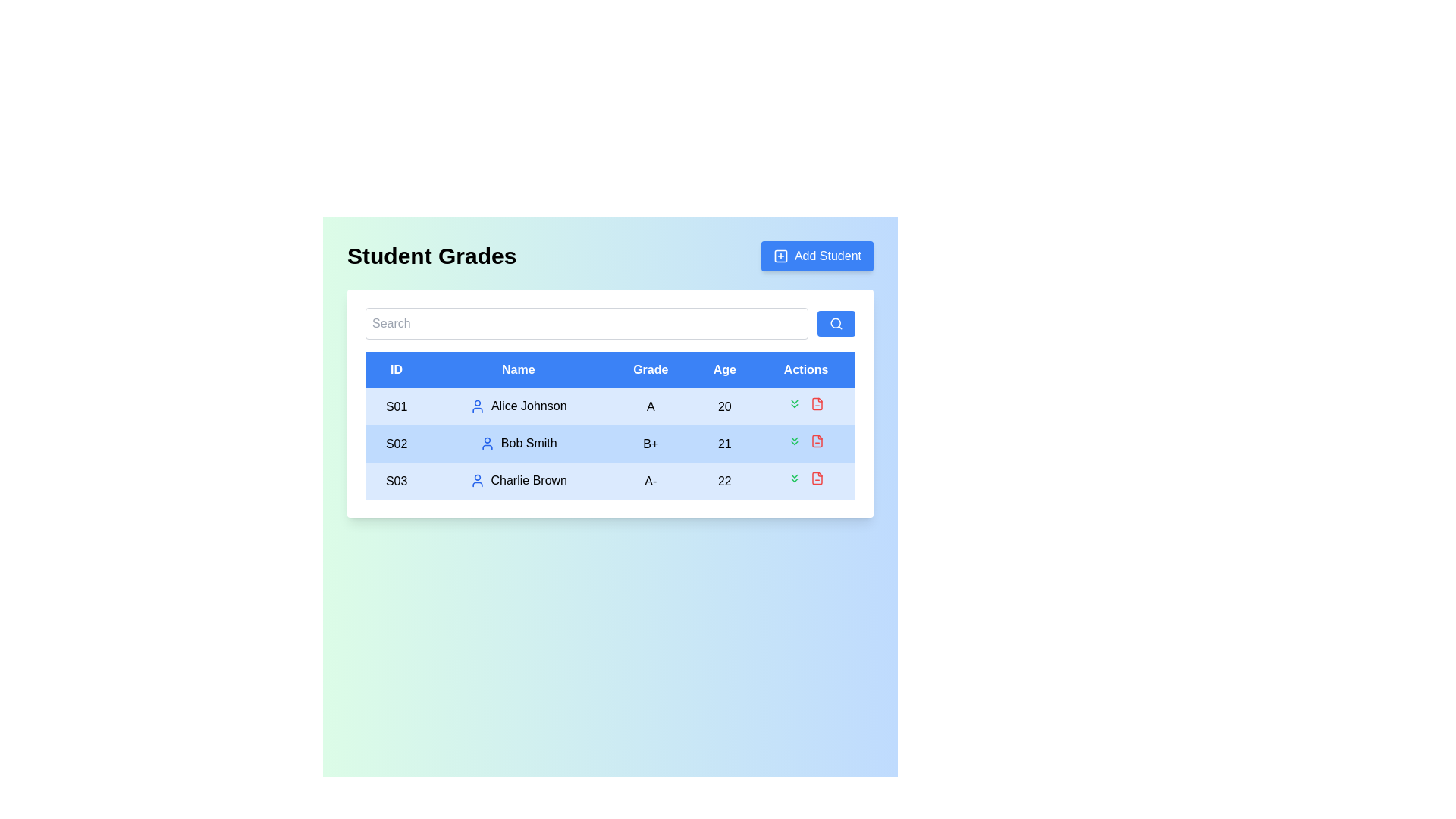  What do you see at coordinates (518, 480) in the screenshot?
I see `the text label displaying 'Charlie Brown', which is located in the third row of the table, adjacent to the 'S03' ID on the left and 'A-' grade on the right` at bounding box center [518, 480].